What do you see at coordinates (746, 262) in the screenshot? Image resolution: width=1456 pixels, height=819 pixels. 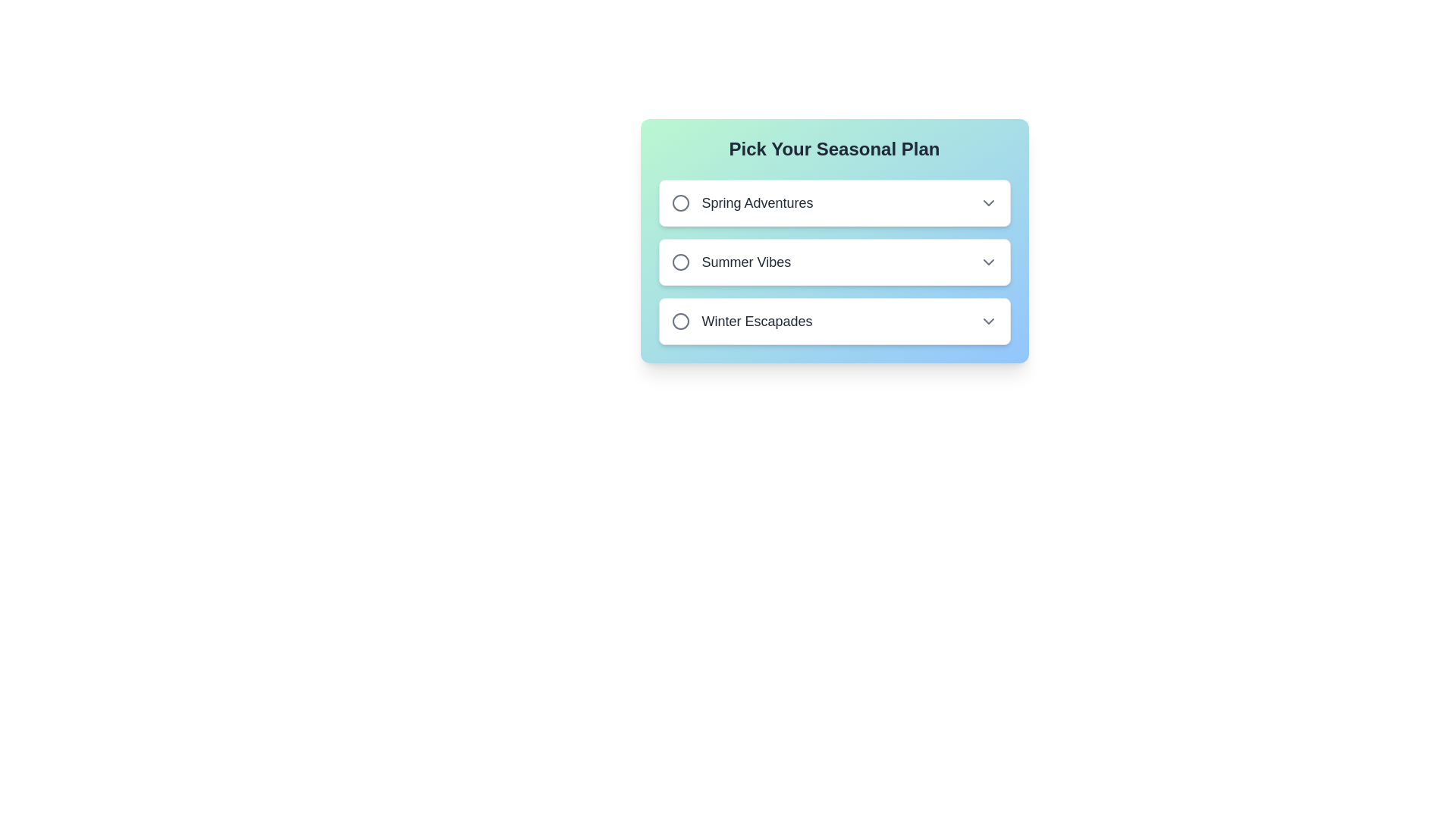 I see `the interactive elements associated with the second entry in the 'Pick Your Seasonal Plan' list, which is positioned below 'Spring Adventures' and above 'Winter Escapades.'` at bounding box center [746, 262].